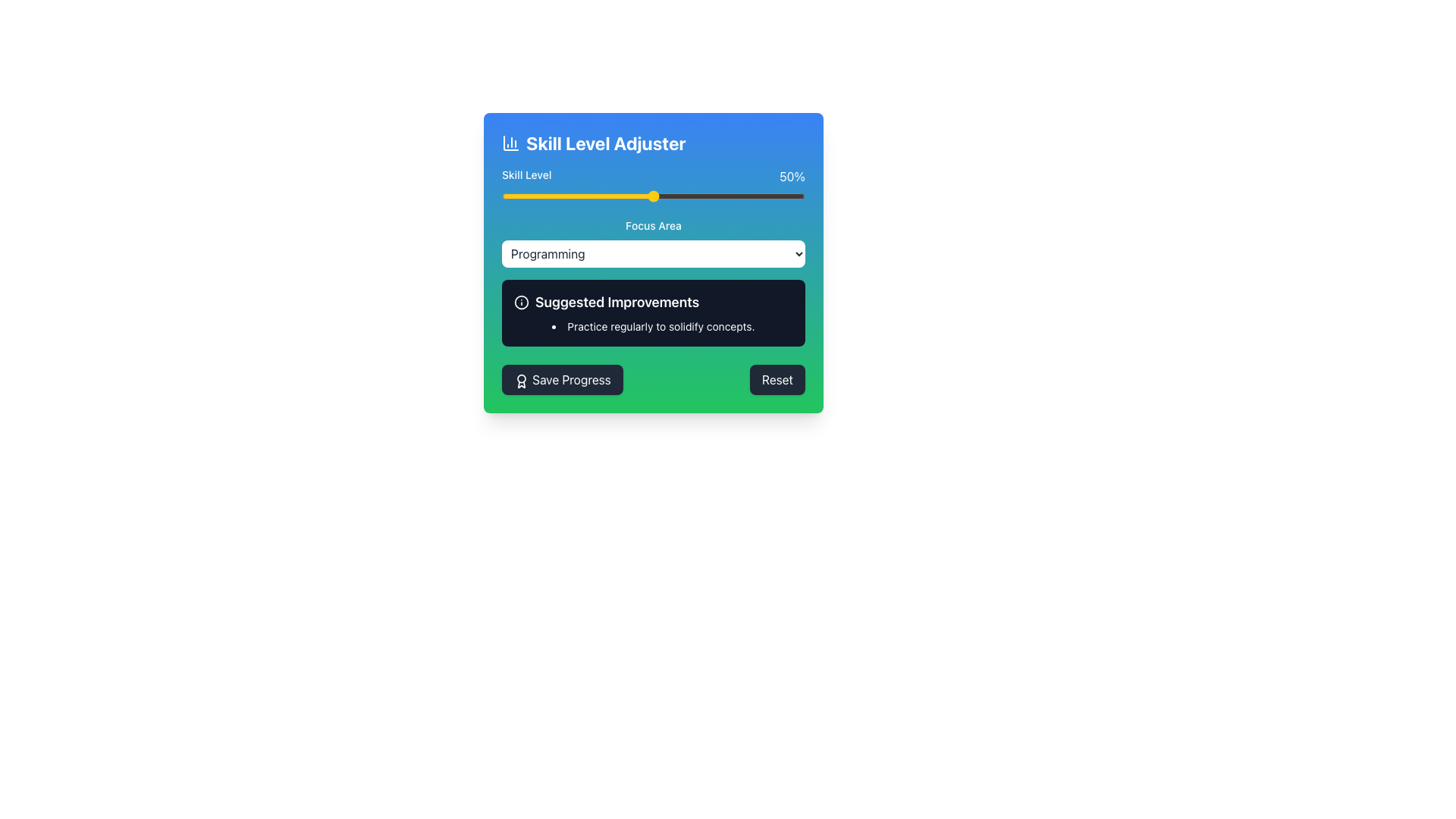 The width and height of the screenshot is (1456, 819). Describe the element at coordinates (654, 225) in the screenshot. I see `'Focus Area' text label which indicates the context of the adjacent dropdown menu for selecting programming topics` at that location.